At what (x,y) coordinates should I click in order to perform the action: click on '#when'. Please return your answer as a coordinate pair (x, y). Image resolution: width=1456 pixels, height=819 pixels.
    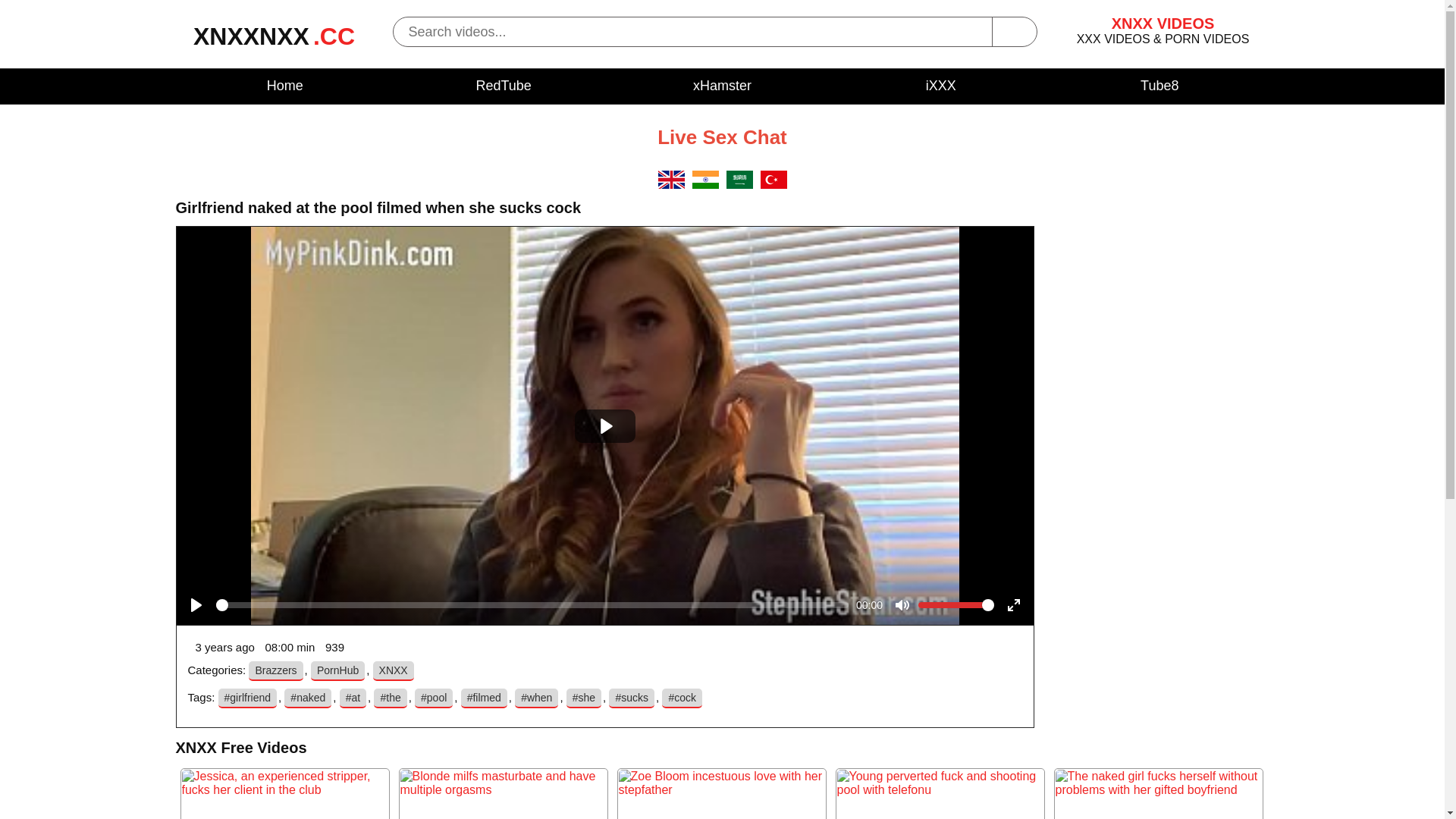
    Looking at the image, I should click on (536, 698).